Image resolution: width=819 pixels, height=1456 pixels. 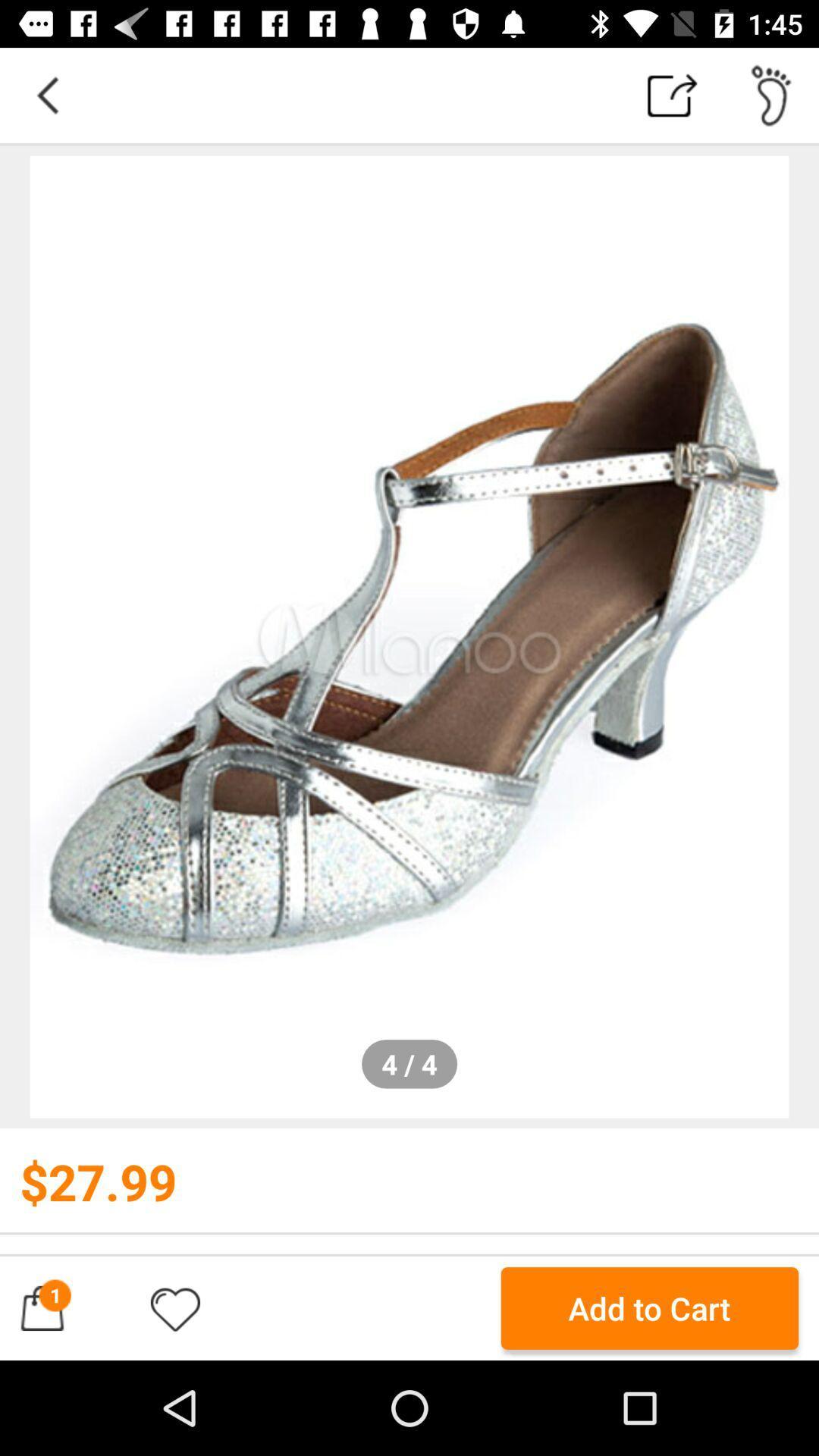 I want to click on as favorite, so click(x=174, y=1307).